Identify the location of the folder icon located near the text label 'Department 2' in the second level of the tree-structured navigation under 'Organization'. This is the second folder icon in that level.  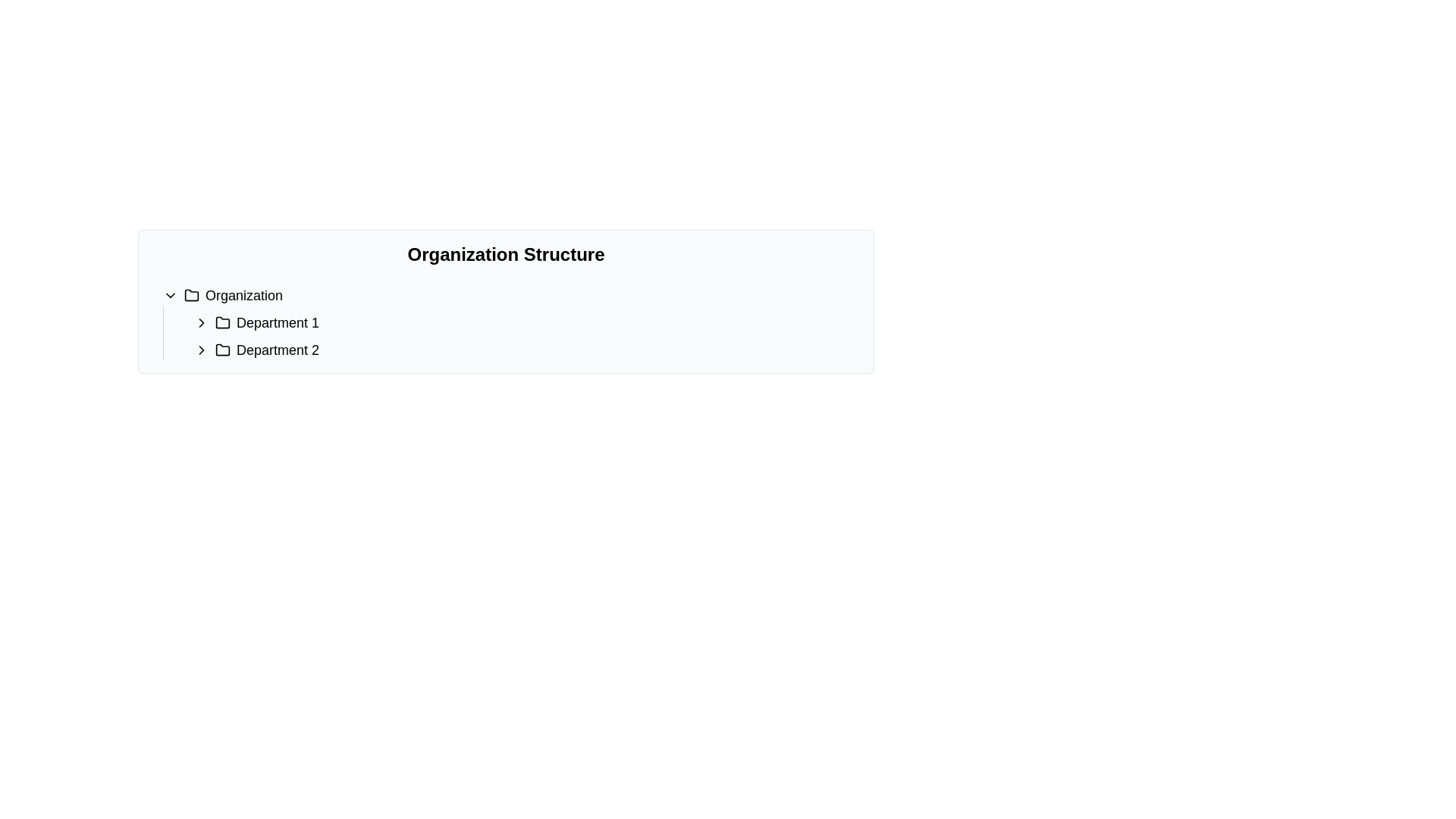
(221, 350).